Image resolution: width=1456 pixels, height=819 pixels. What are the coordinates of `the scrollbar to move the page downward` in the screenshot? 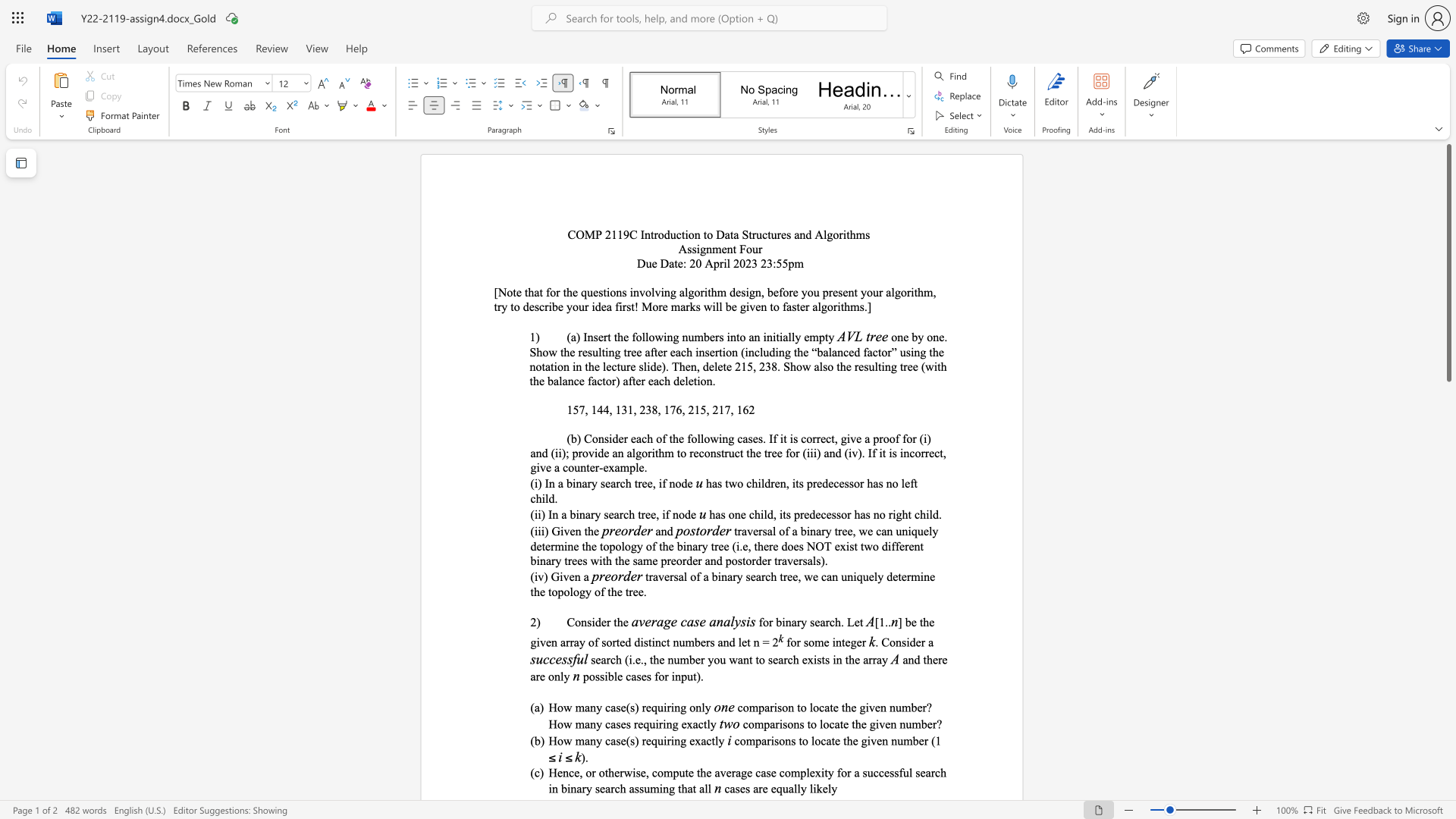 It's located at (1448, 461).